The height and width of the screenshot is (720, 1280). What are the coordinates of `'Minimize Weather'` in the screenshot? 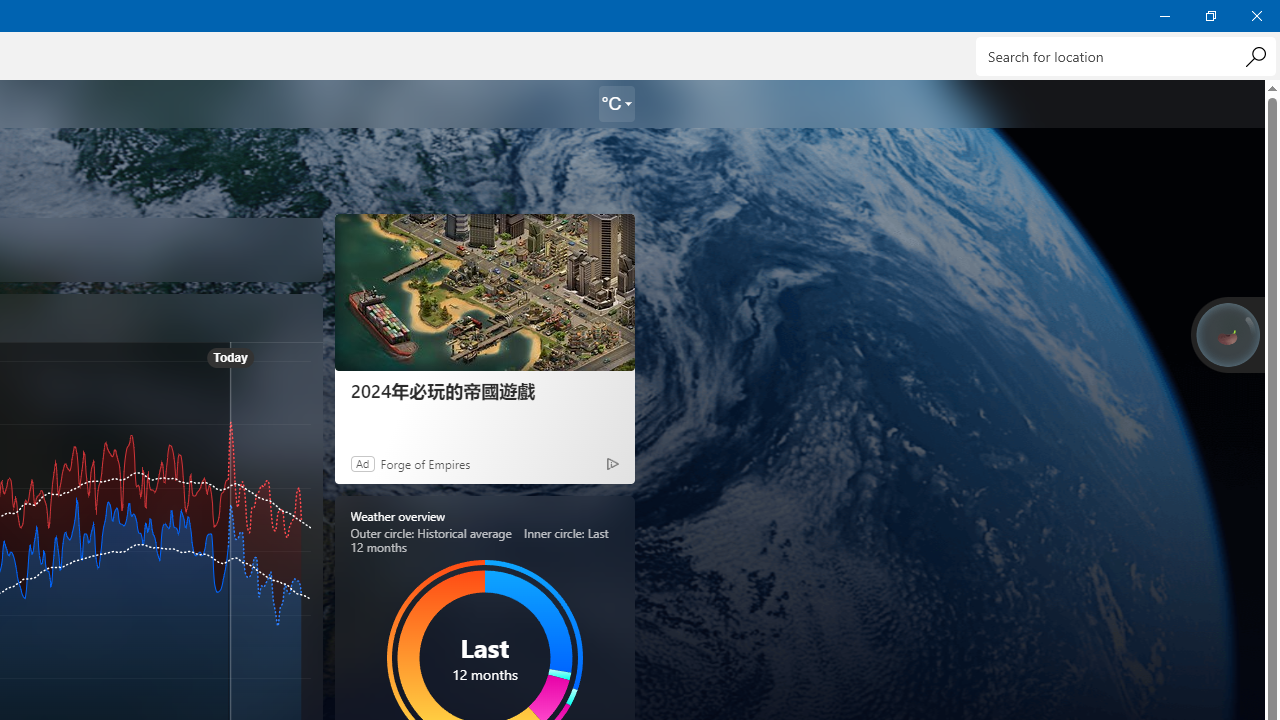 It's located at (1164, 15).